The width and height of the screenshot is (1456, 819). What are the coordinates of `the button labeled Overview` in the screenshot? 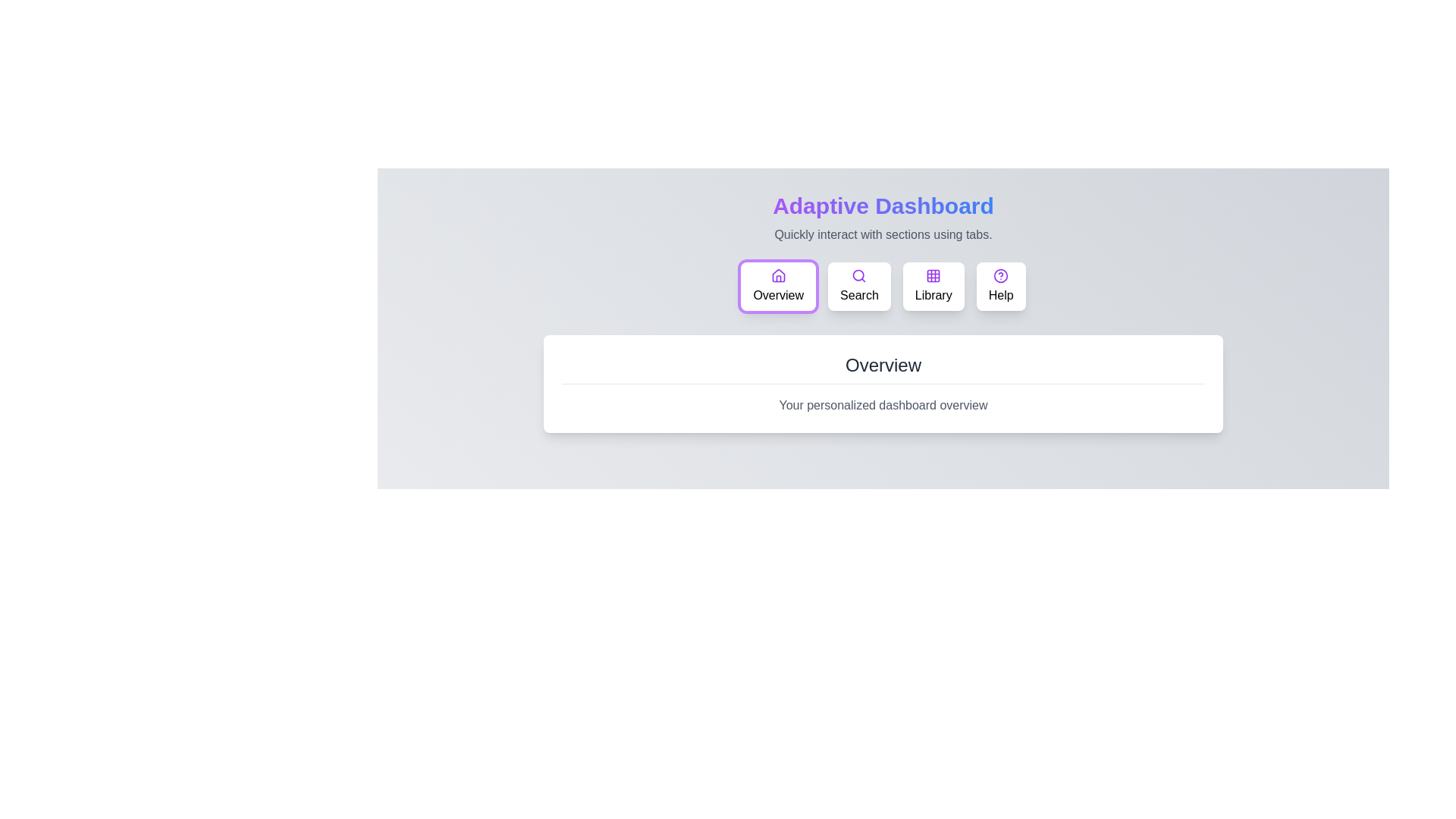 It's located at (778, 287).